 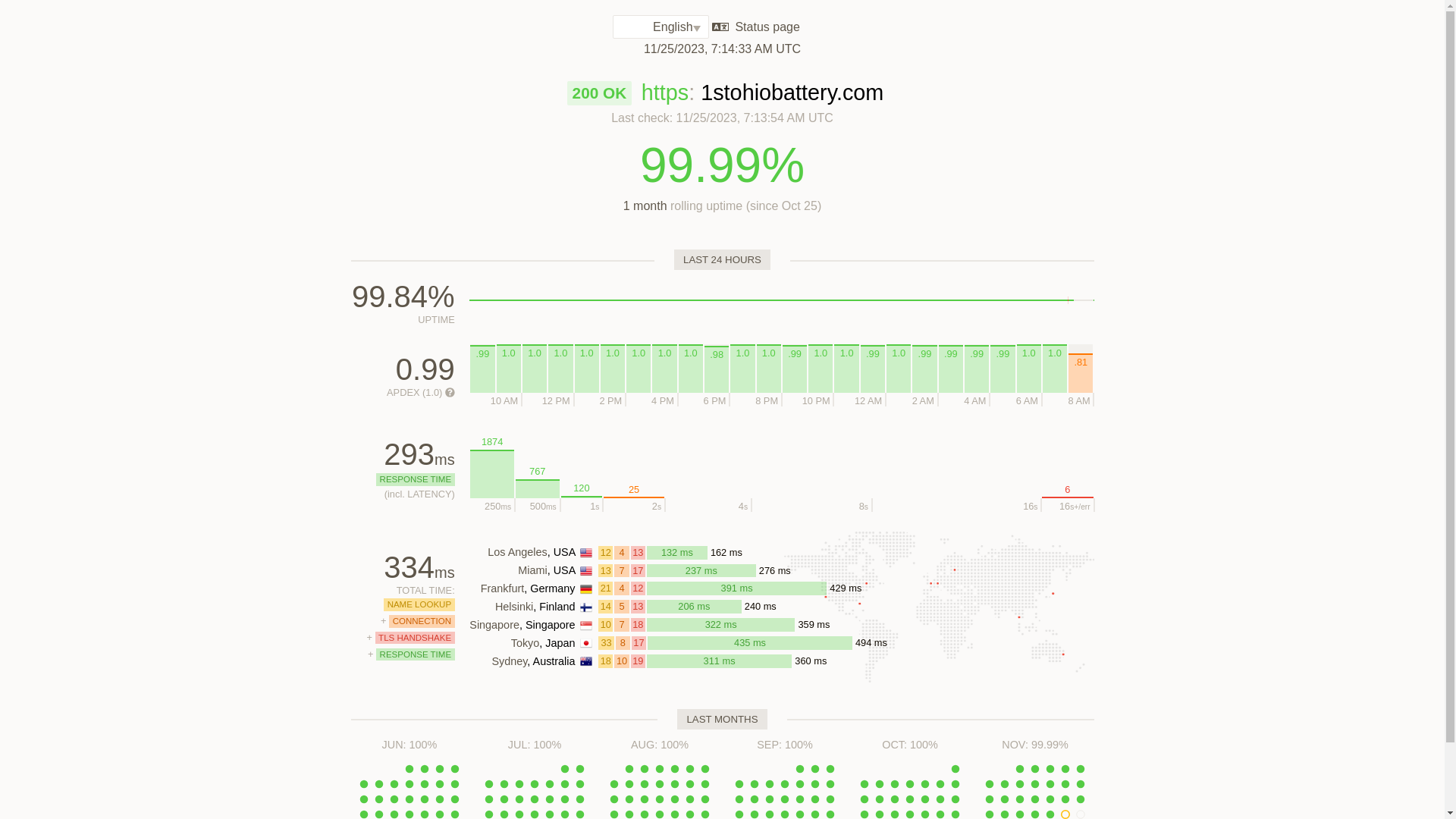 What do you see at coordinates (535, 783) in the screenshot?
I see `'<small>Jul 06:</small> No downtime'` at bounding box center [535, 783].